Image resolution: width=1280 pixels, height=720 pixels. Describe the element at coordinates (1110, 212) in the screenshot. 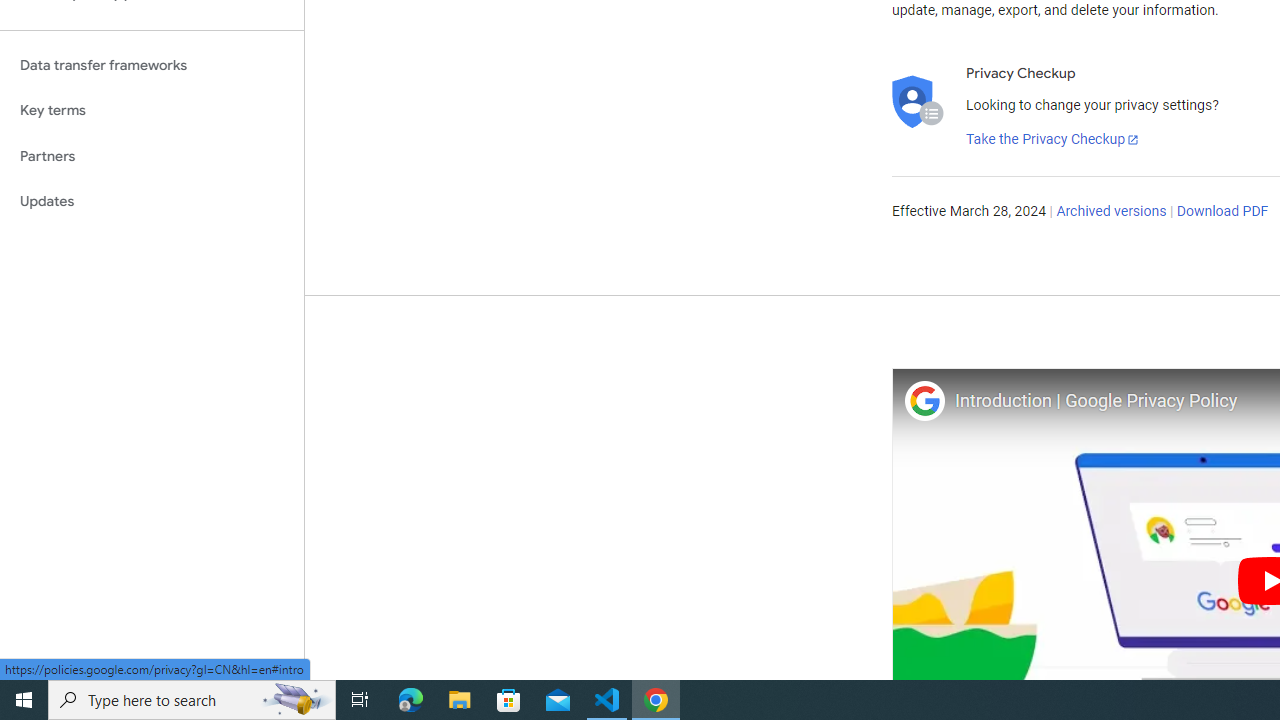

I see `'Archived versions'` at that location.